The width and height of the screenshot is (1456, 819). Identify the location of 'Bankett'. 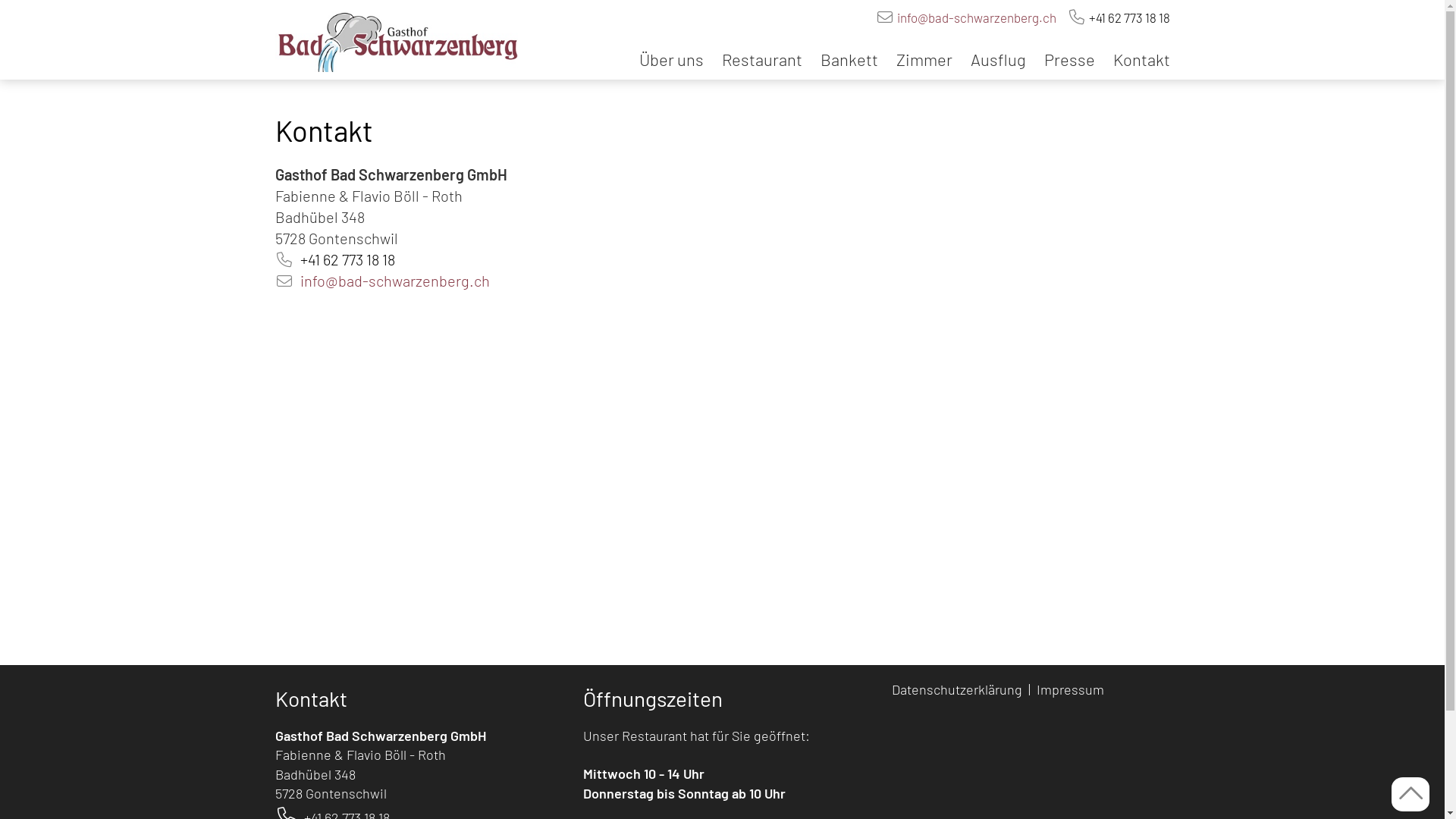
(848, 58).